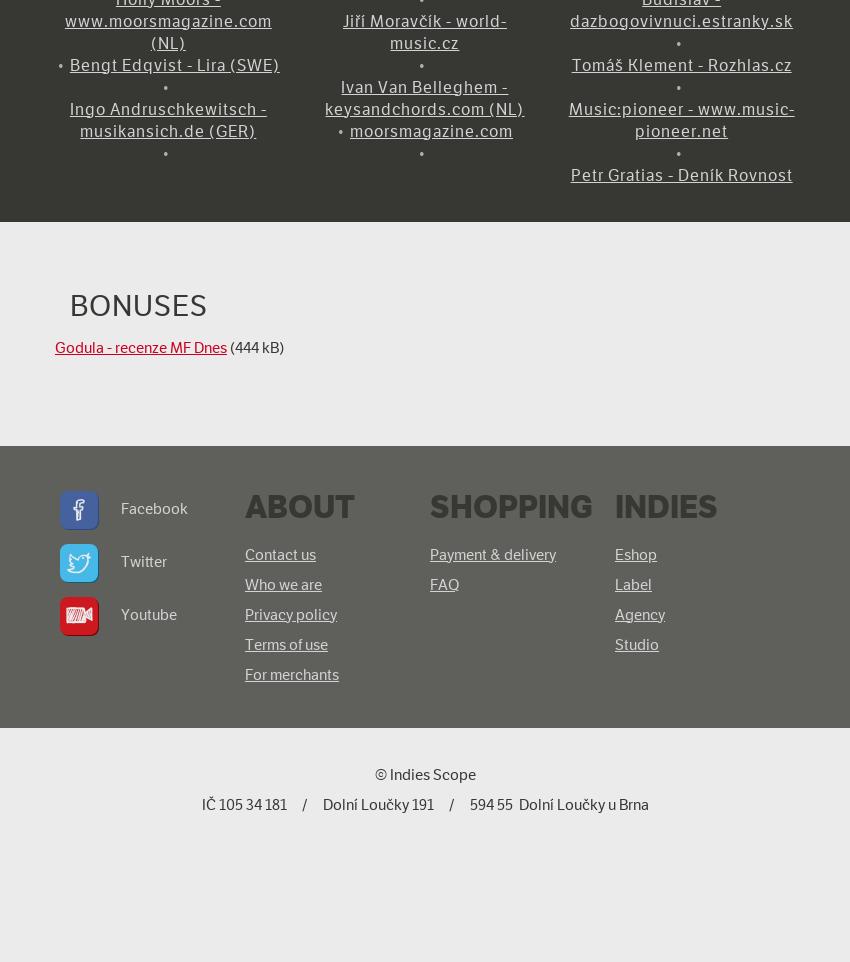  I want to click on 'moorsmagazine.com', so click(429, 129).